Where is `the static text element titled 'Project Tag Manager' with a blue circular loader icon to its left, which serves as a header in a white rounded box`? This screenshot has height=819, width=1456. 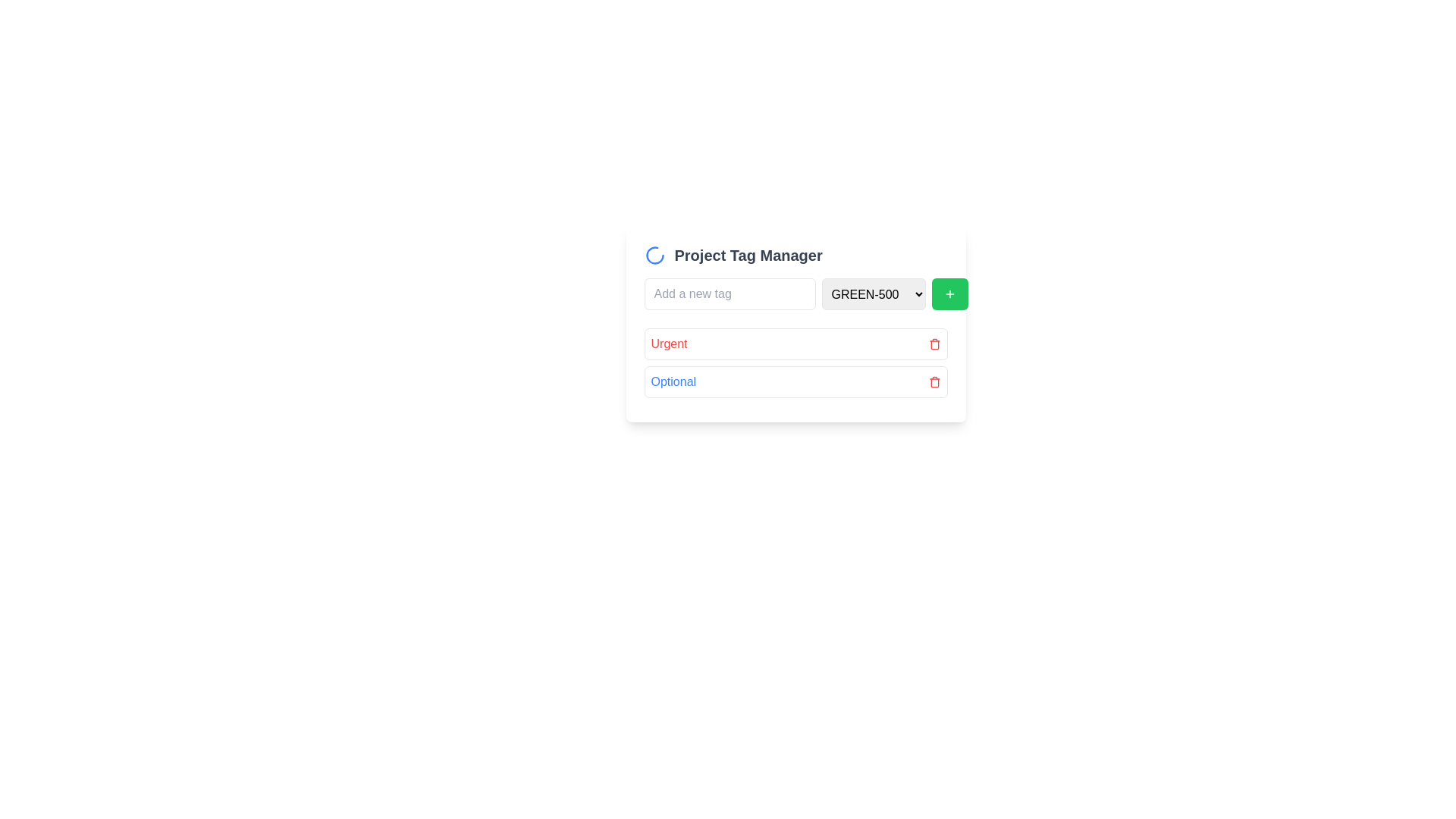 the static text element titled 'Project Tag Manager' with a blue circular loader icon to its left, which serves as a header in a white rounded box is located at coordinates (795, 254).